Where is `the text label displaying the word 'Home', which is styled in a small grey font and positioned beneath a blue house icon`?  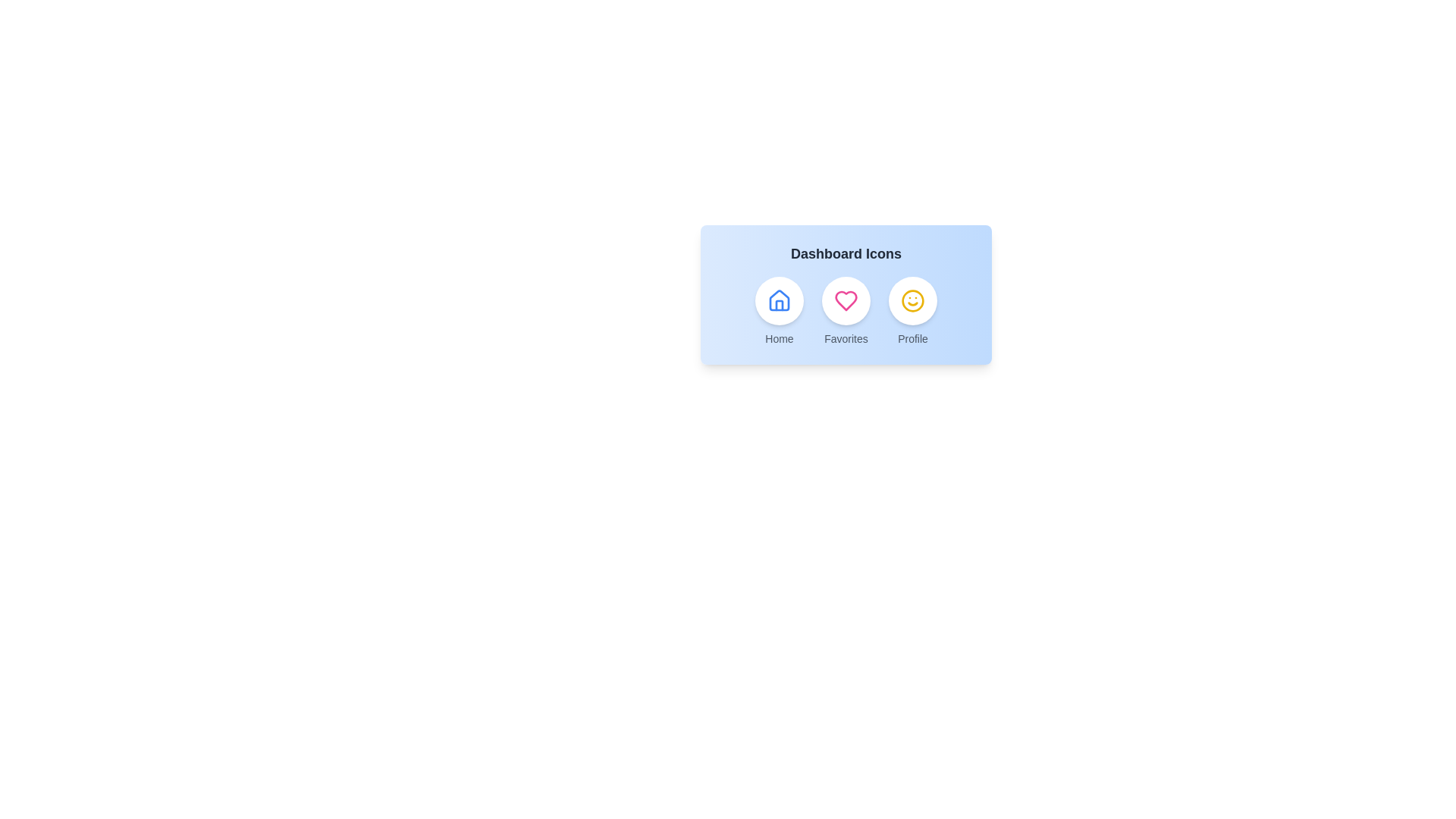
the text label displaying the word 'Home', which is styled in a small grey font and positioned beneath a blue house icon is located at coordinates (779, 338).